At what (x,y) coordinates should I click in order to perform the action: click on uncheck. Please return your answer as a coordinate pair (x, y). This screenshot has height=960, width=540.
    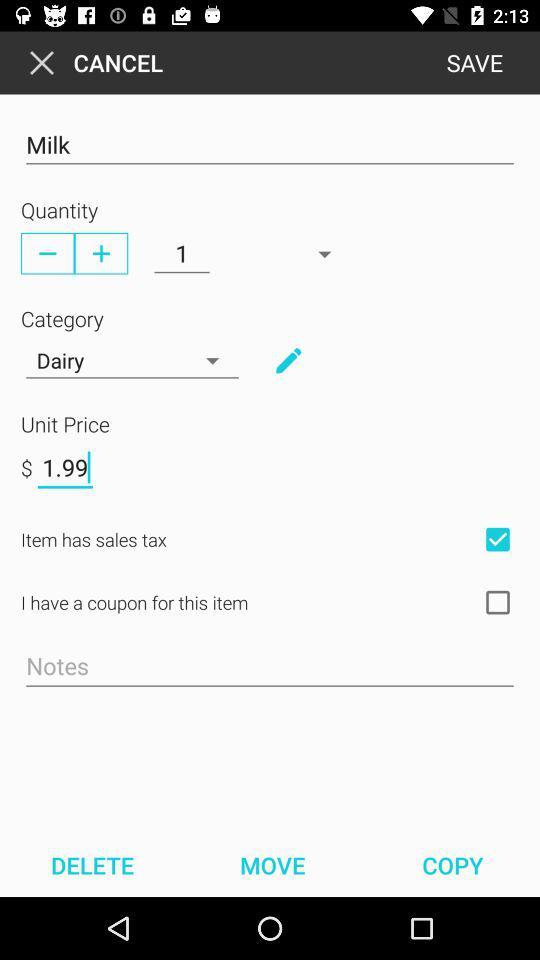
    Looking at the image, I should click on (496, 538).